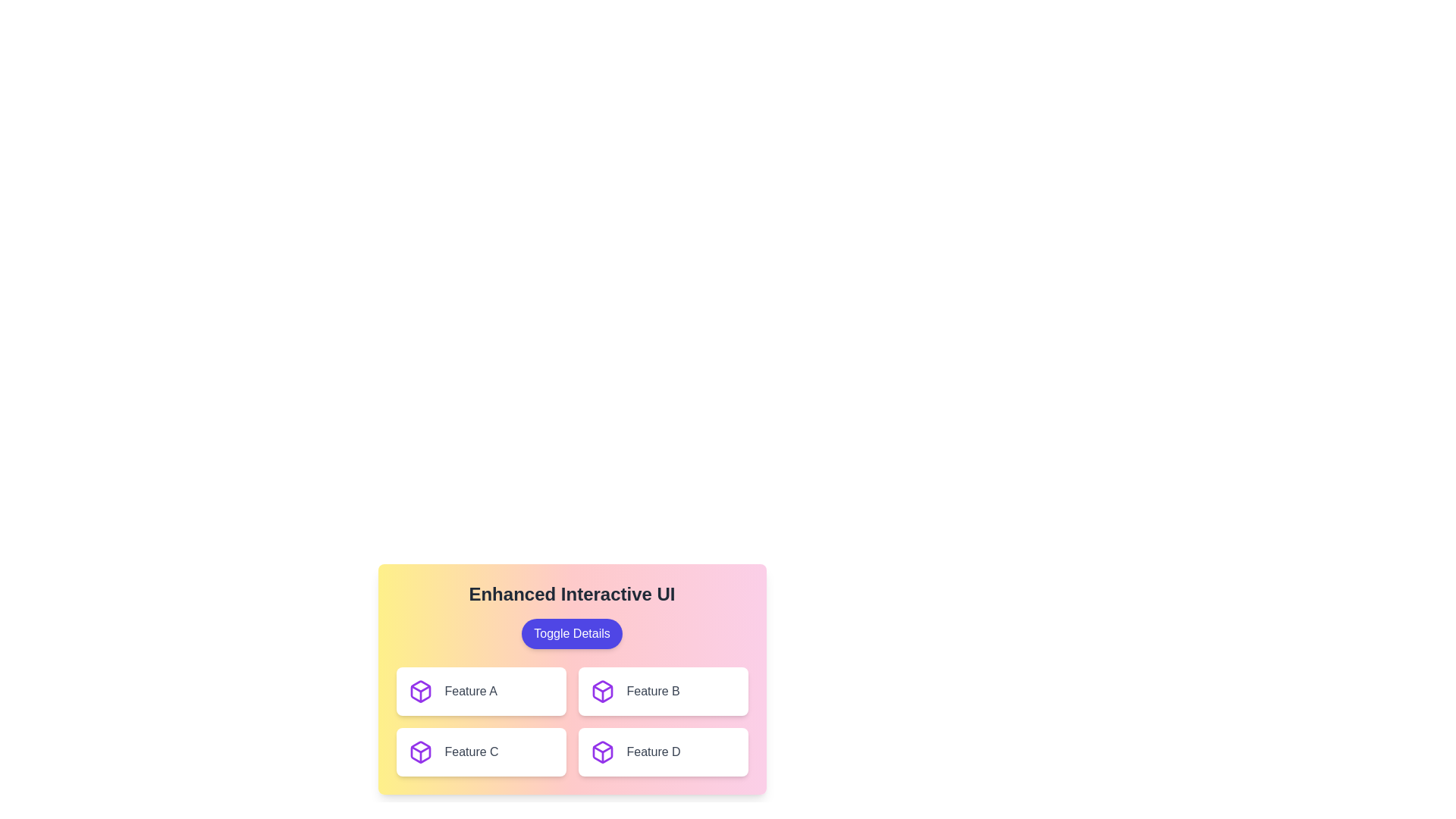 This screenshot has width=1456, height=819. Describe the element at coordinates (470, 691) in the screenshot. I see `the label or title element located at the bottom of the main interactive area of the feature block grid, which provides descriptive text for the paired icon and feature functionality` at that location.